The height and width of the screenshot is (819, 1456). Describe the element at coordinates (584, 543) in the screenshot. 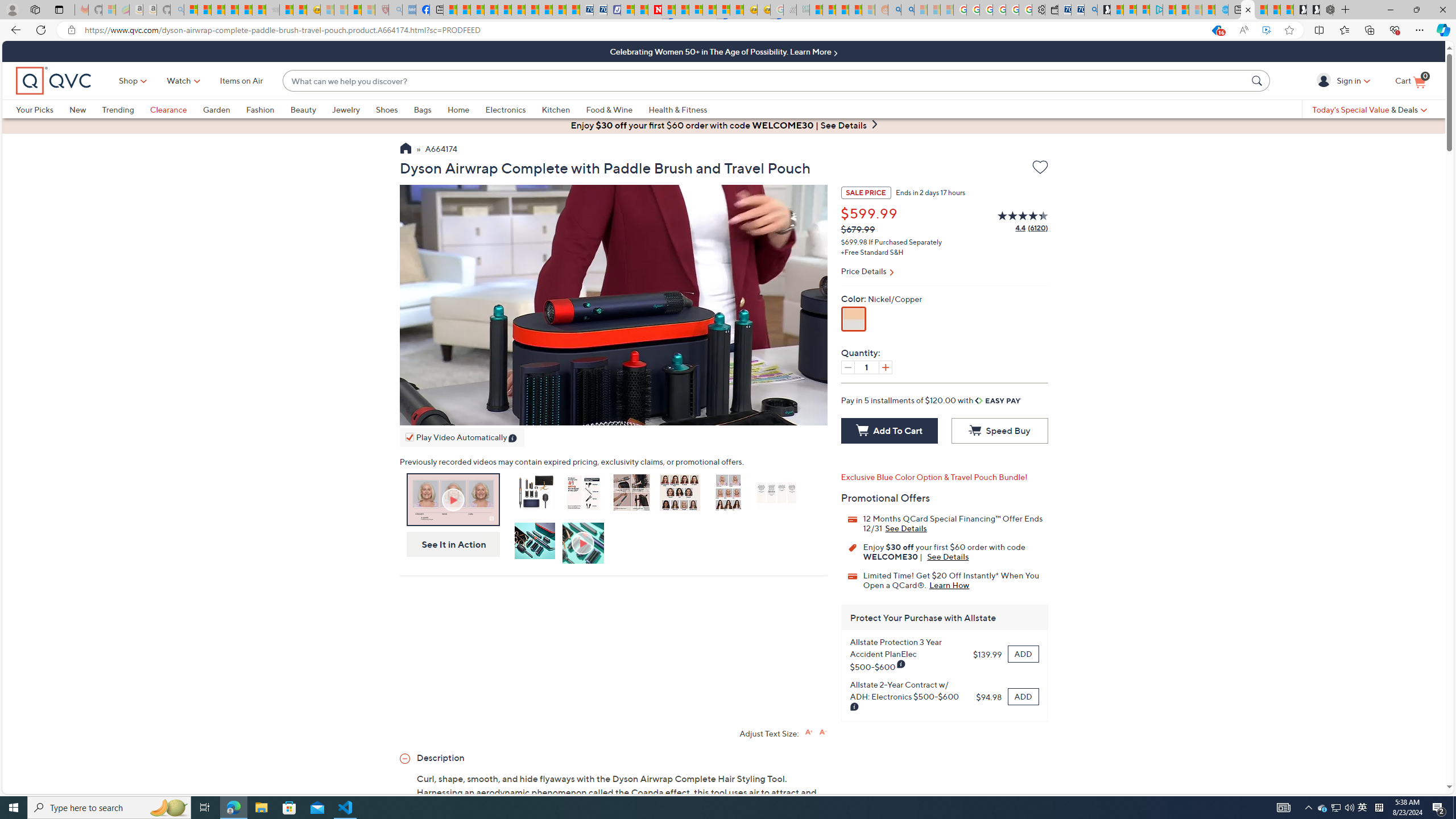

I see `'How to Use'` at that location.